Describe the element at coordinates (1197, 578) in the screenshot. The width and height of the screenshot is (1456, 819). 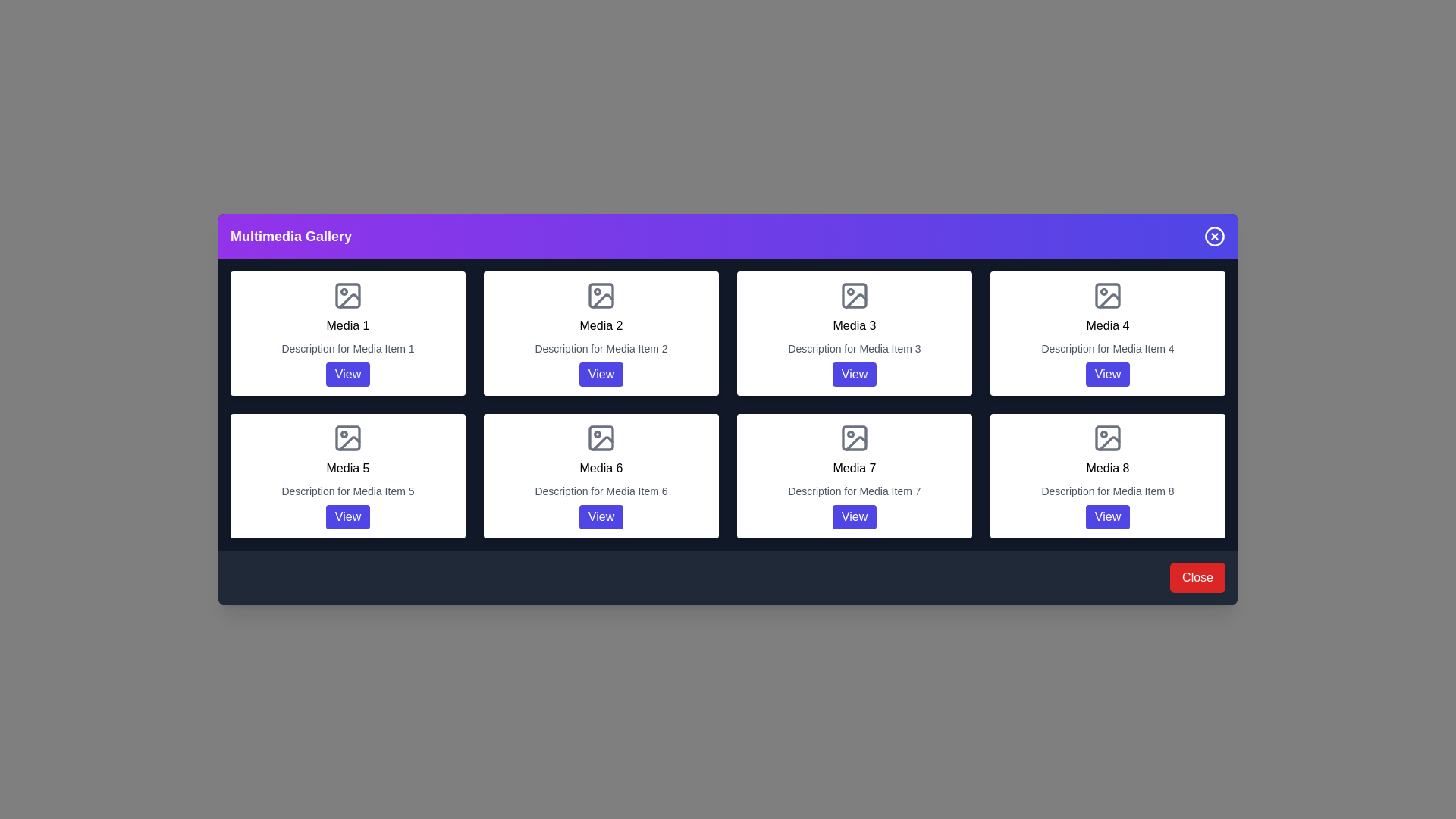
I see `close button in the footer of the EnhancedMediaDialog component` at that location.